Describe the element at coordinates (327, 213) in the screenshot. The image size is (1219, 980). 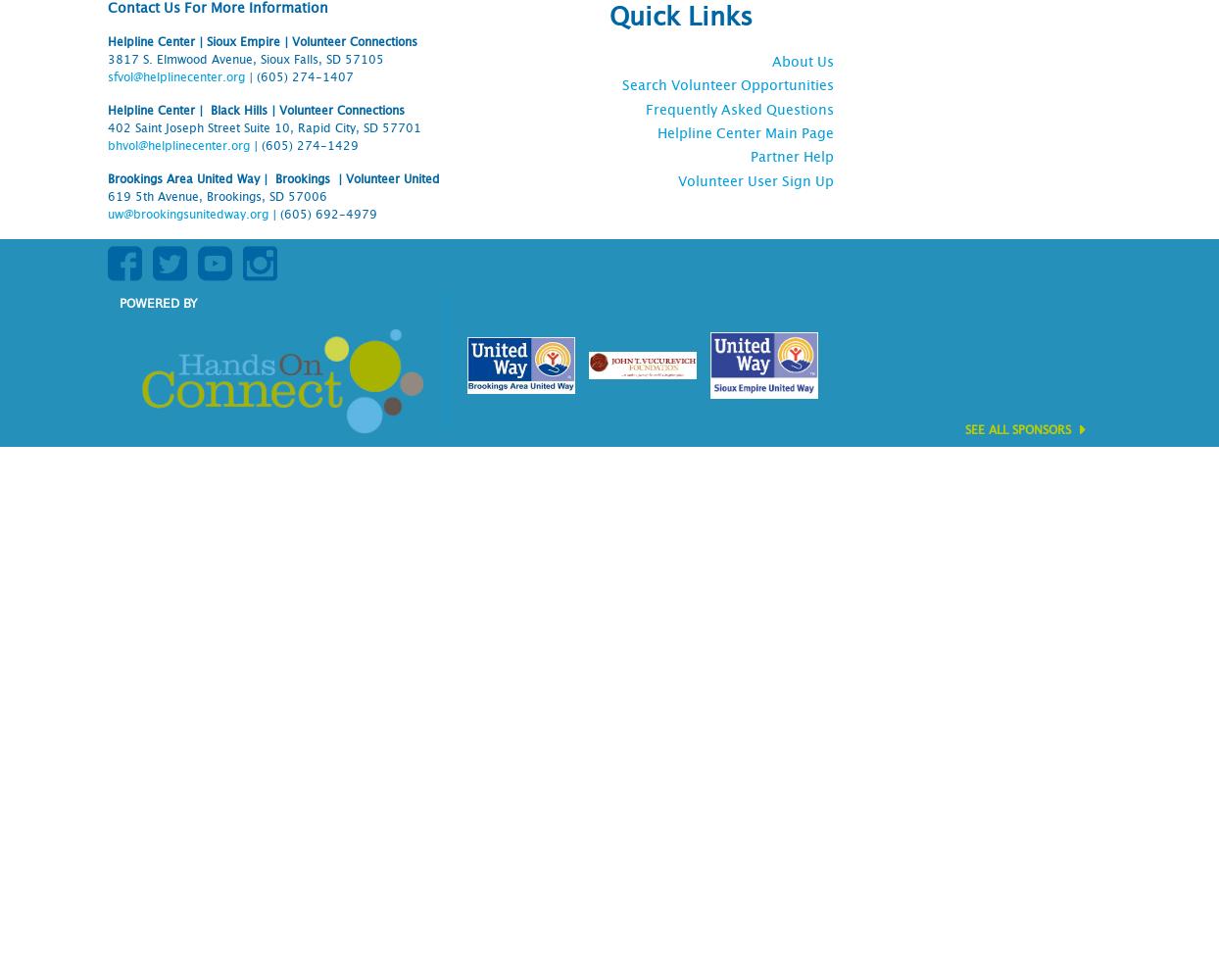
I see `'(605) 692-4979'` at that location.